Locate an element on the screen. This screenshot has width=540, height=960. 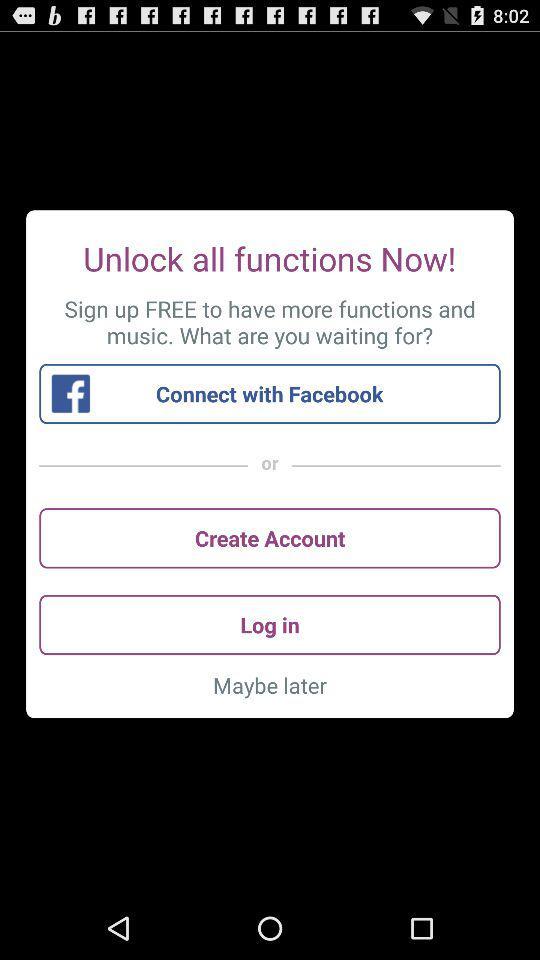
the maybe later item is located at coordinates (270, 685).